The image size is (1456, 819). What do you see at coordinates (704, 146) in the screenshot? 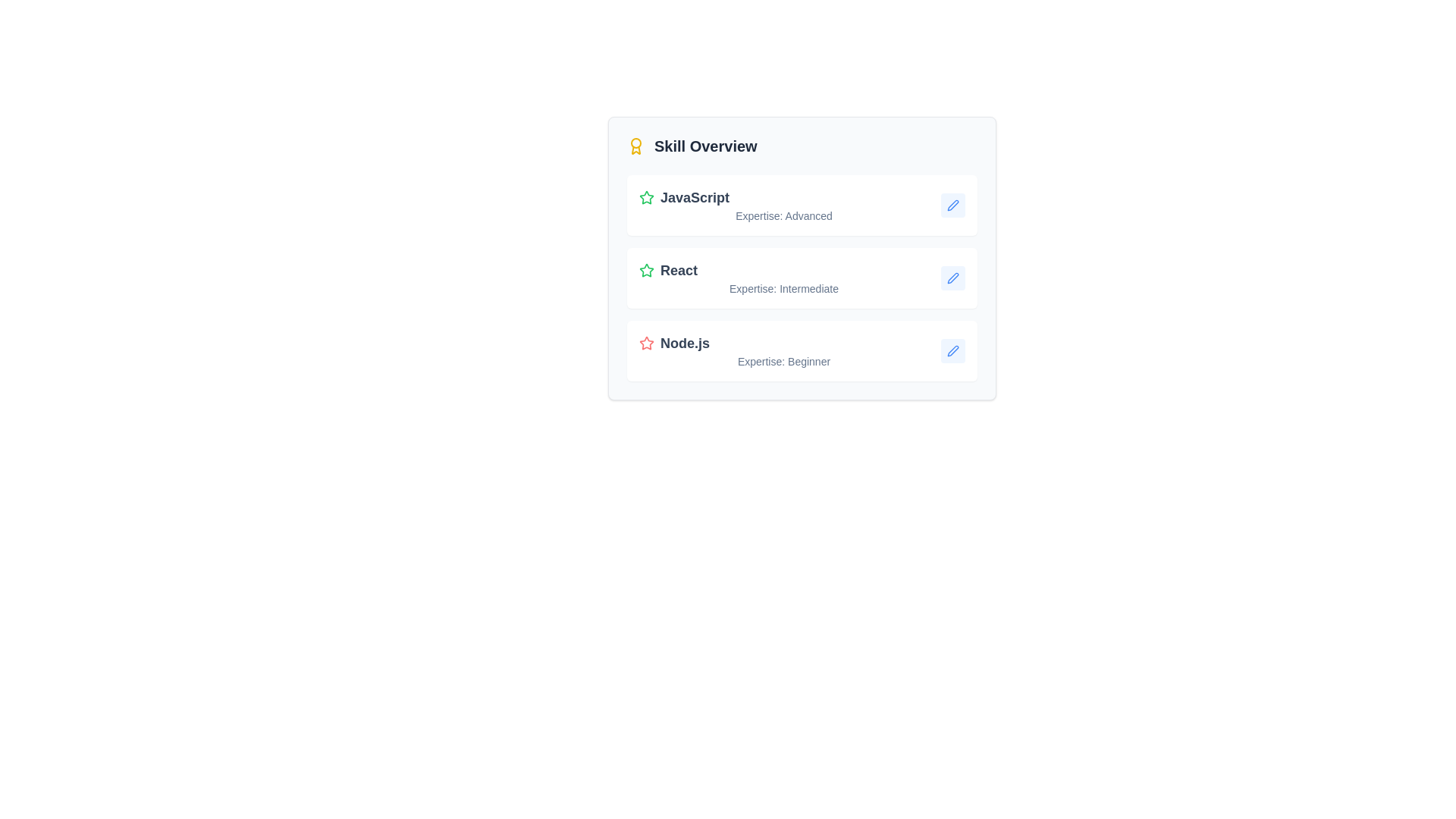
I see `the 'Skill Overview' text label, which serves as a section title positioned to the right of a yellow award icon` at bounding box center [704, 146].